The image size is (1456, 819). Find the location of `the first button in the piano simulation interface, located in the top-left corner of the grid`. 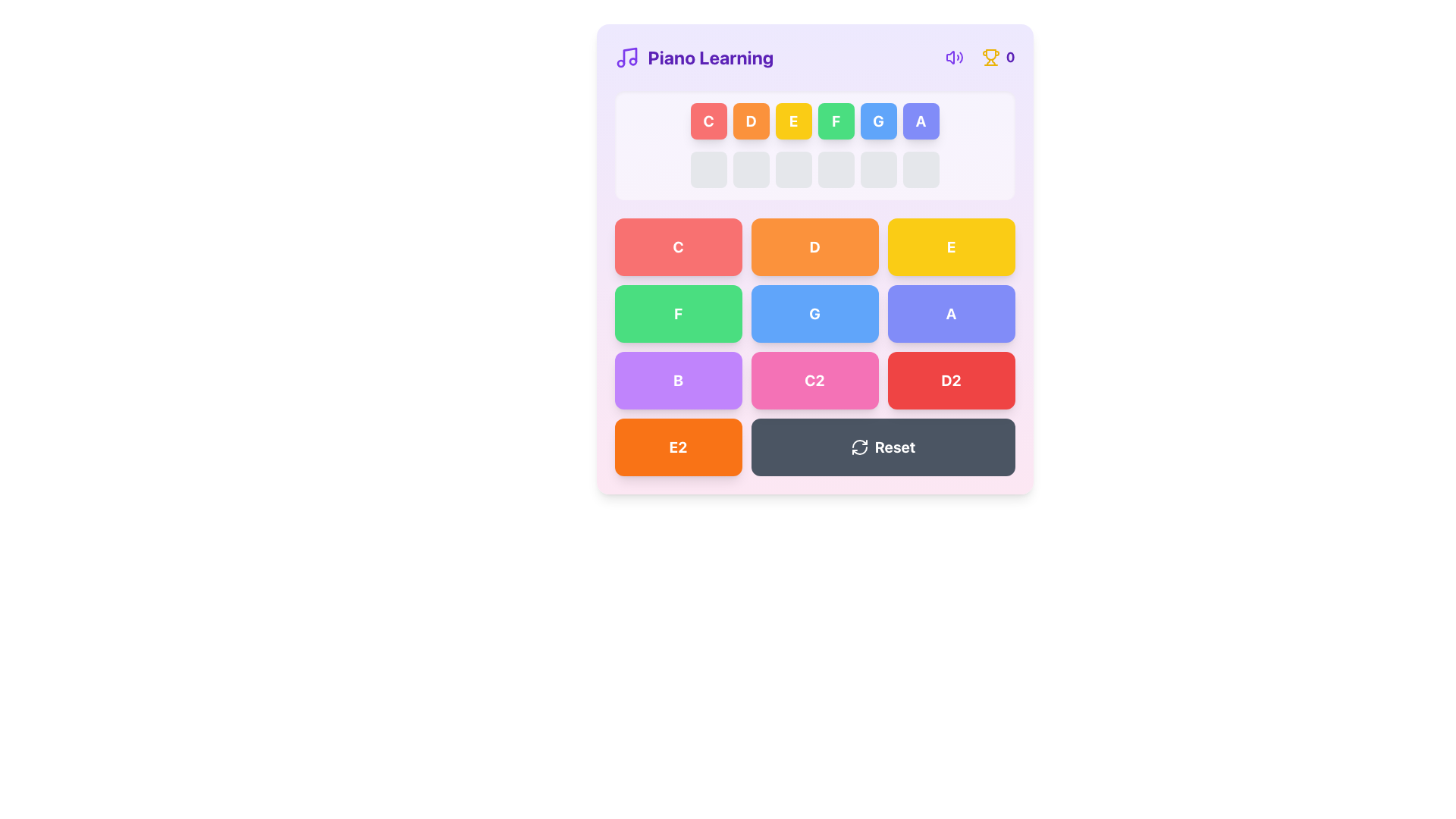

the first button in the piano simulation interface, located in the top-left corner of the grid is located at coordinates (677, 246).